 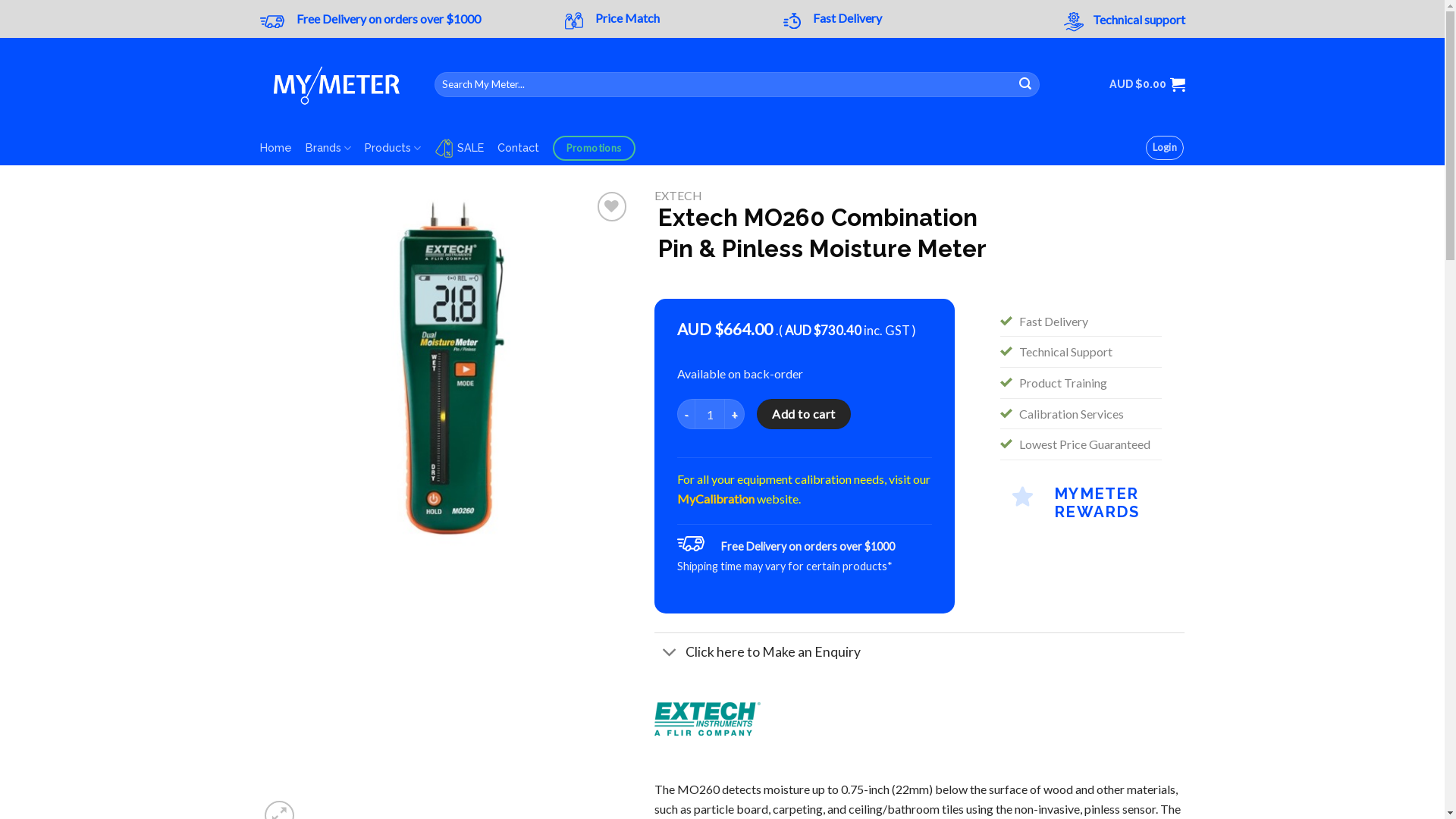 What do you see at coordinates (327, 148) in the screenshot?
I see `'Brands'` at bounding box center [327, 148].